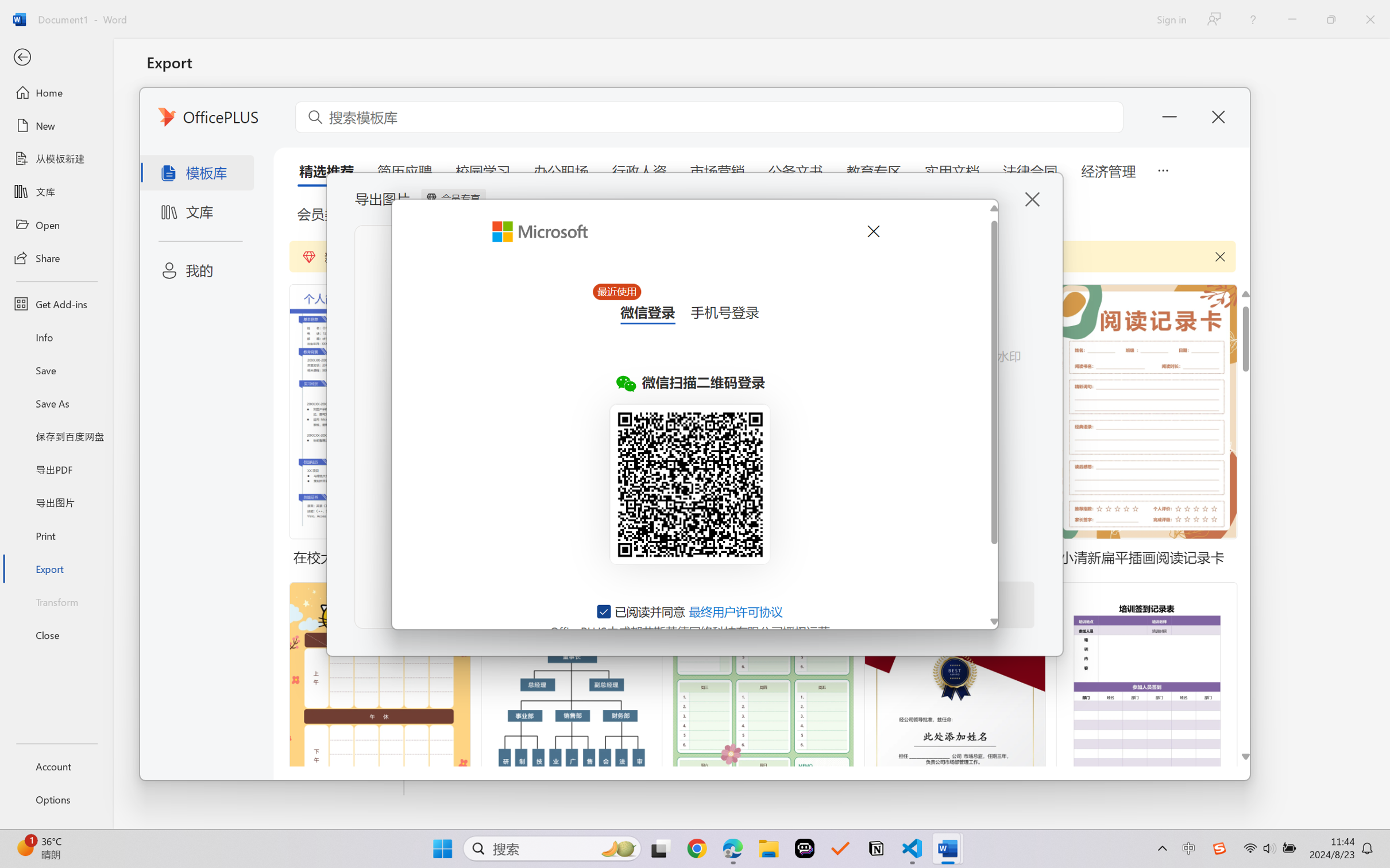  Describe the element at coordinates (56, 303) in the screenshot. I see `'Get Add-ins'` at that location.